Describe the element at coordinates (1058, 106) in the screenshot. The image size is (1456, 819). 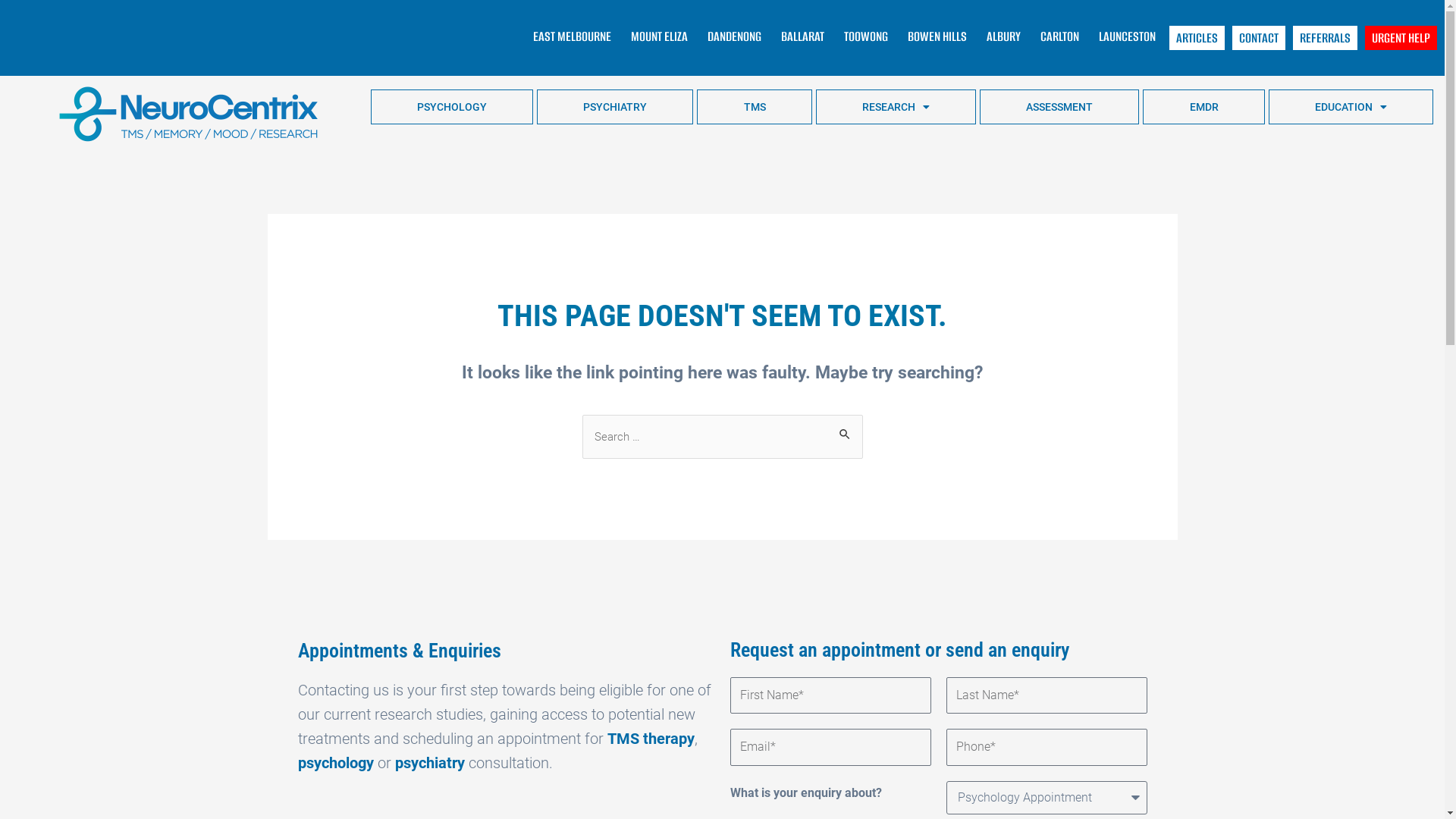
I see `'ASSESSMENT'` at that location.